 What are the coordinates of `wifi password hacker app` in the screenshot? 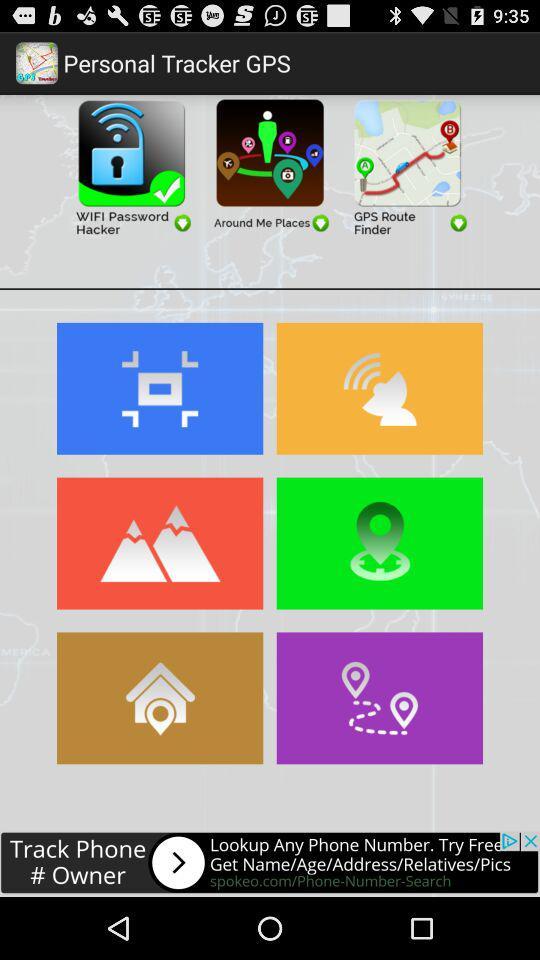 It's located at (131, 164).